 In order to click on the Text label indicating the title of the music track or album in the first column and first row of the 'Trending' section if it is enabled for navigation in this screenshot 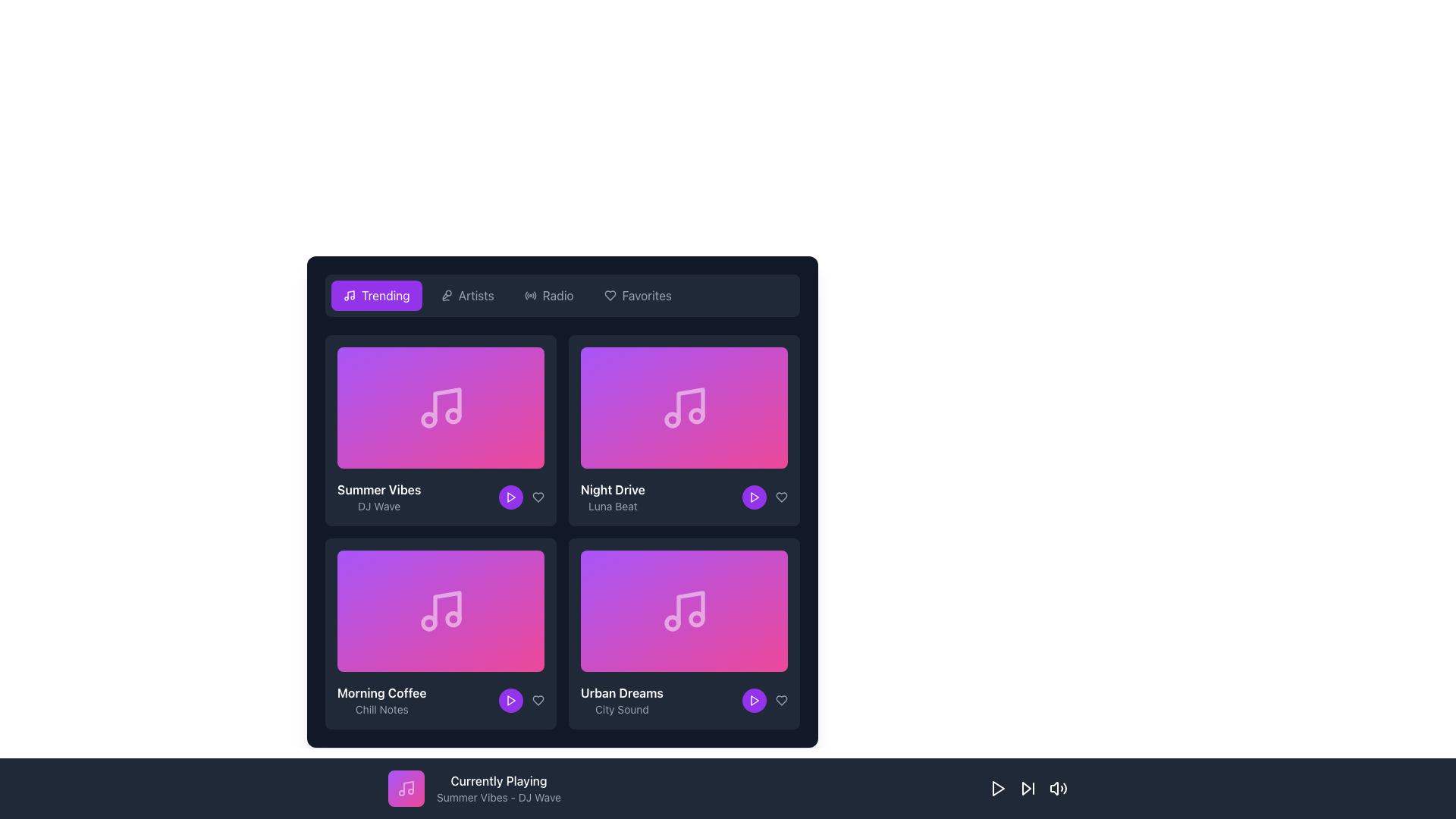, I will do `click(379, 489)`.